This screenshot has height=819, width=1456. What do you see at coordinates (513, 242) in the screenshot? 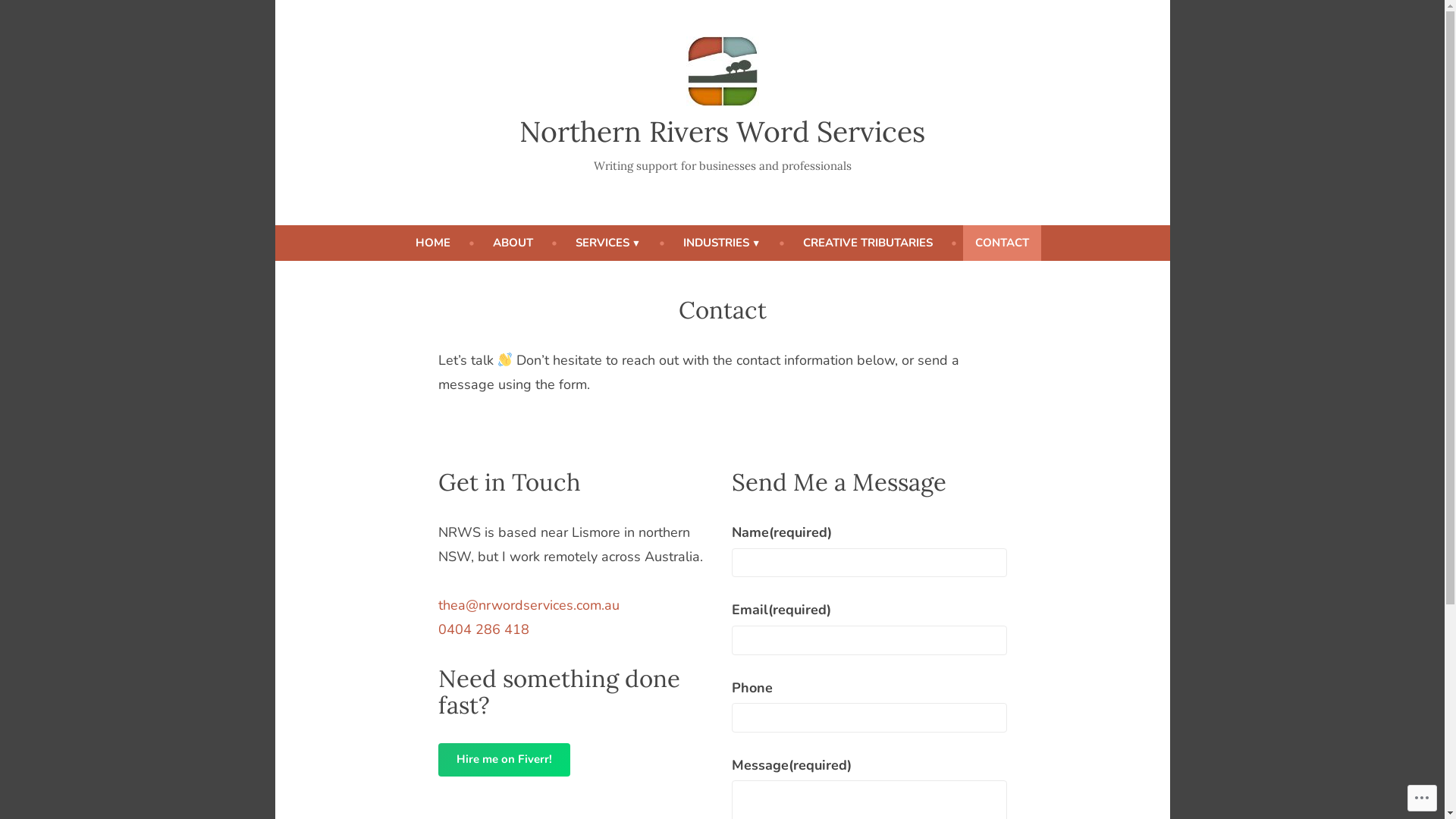
I see `'ABOUT'` at bounding box center [513, 242].